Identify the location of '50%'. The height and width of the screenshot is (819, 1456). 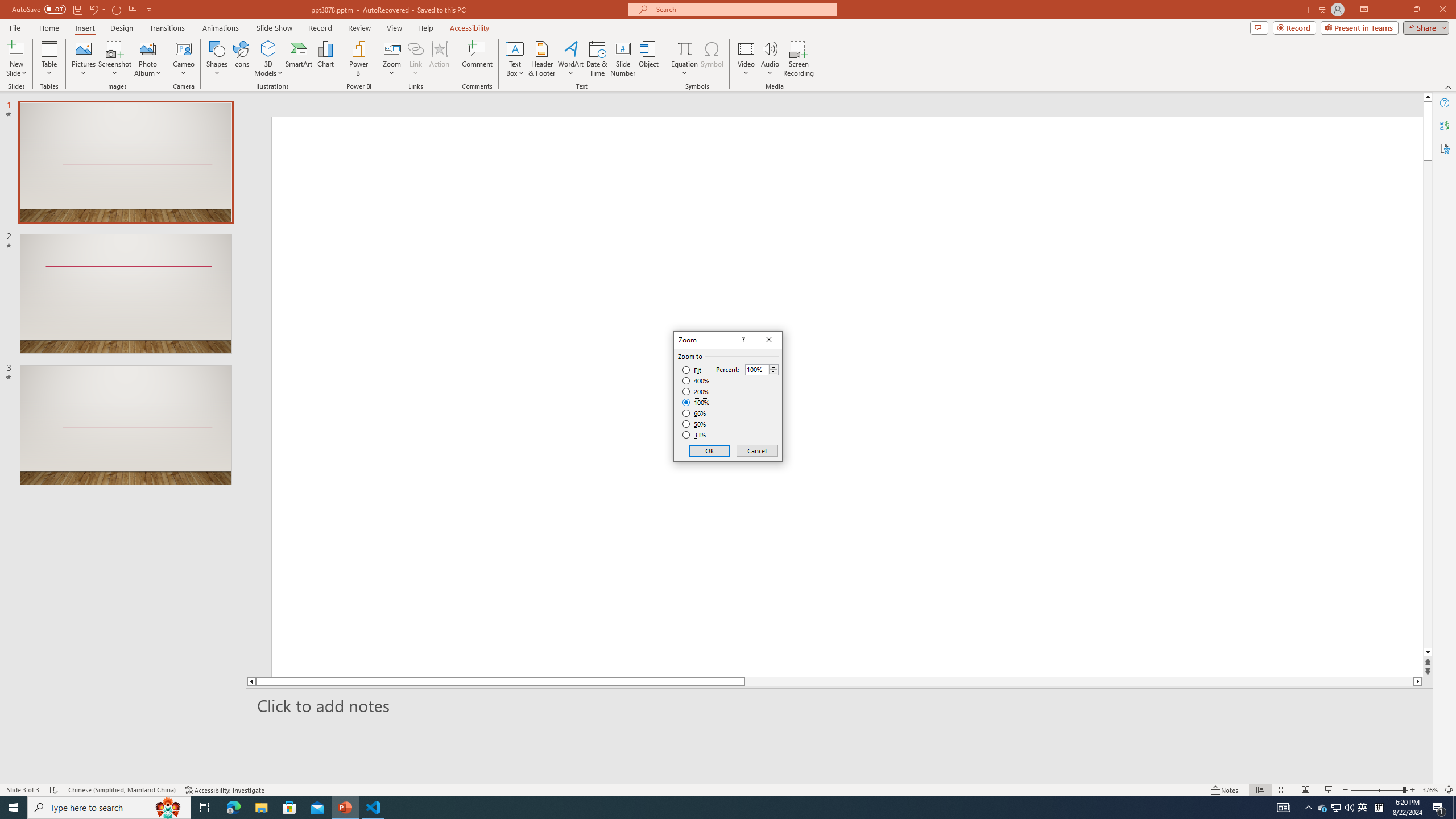
(695, 423).